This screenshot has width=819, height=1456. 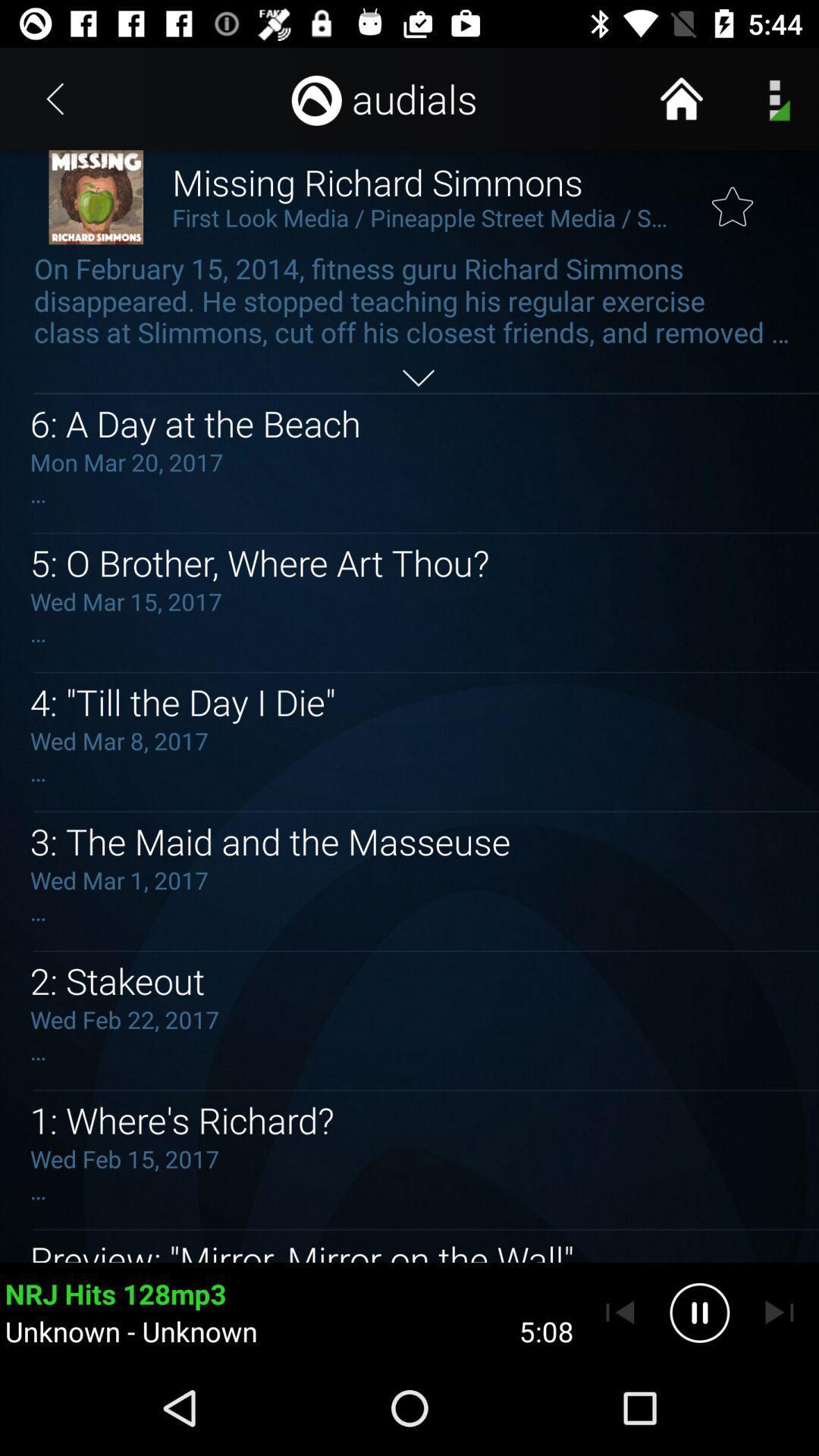 What do you see at coordinates (55, 98) in the screenshot?
I see `item next to the missing richard simmons item` at bounding box center [55, 98].